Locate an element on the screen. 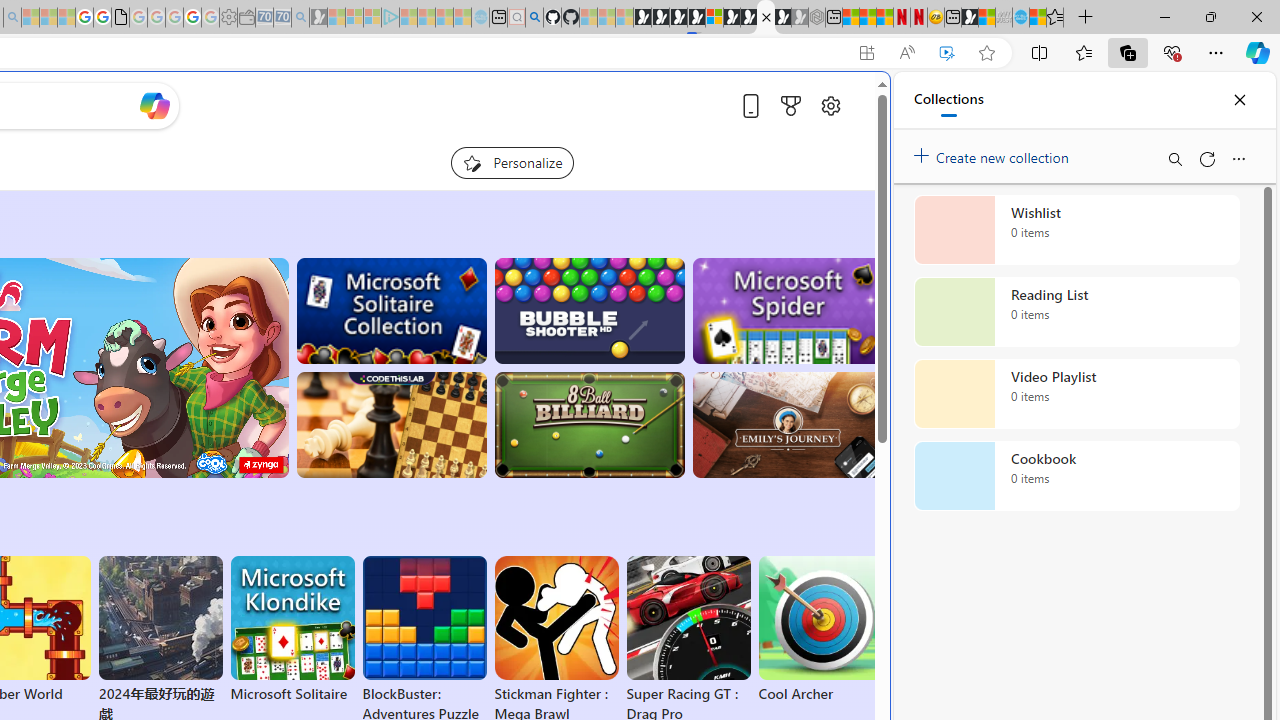  'World - MSN' is located at coordinates (986, 17).